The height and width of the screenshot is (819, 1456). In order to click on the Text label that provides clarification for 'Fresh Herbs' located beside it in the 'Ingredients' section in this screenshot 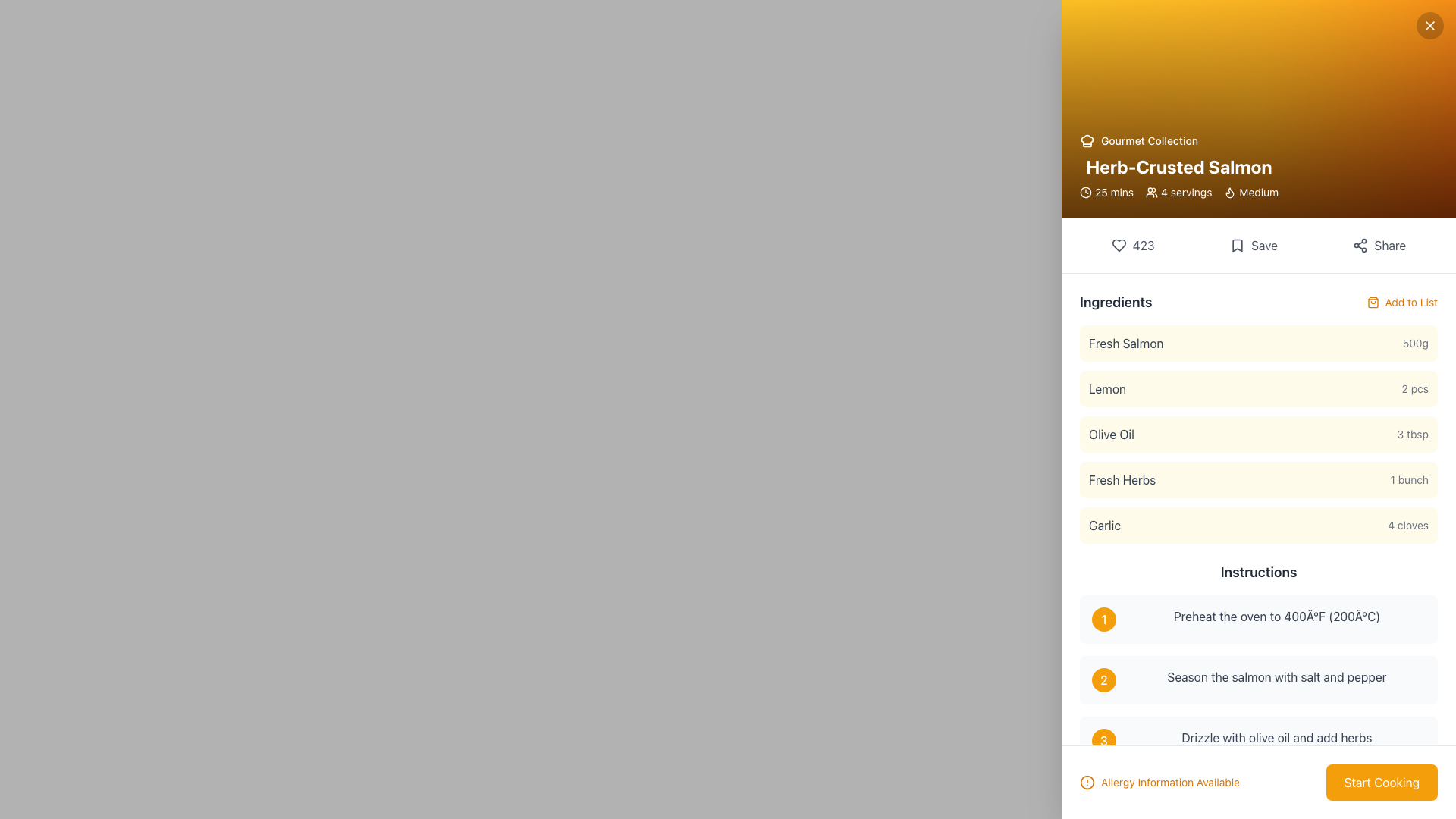, I will do `click(1408, 479)`.